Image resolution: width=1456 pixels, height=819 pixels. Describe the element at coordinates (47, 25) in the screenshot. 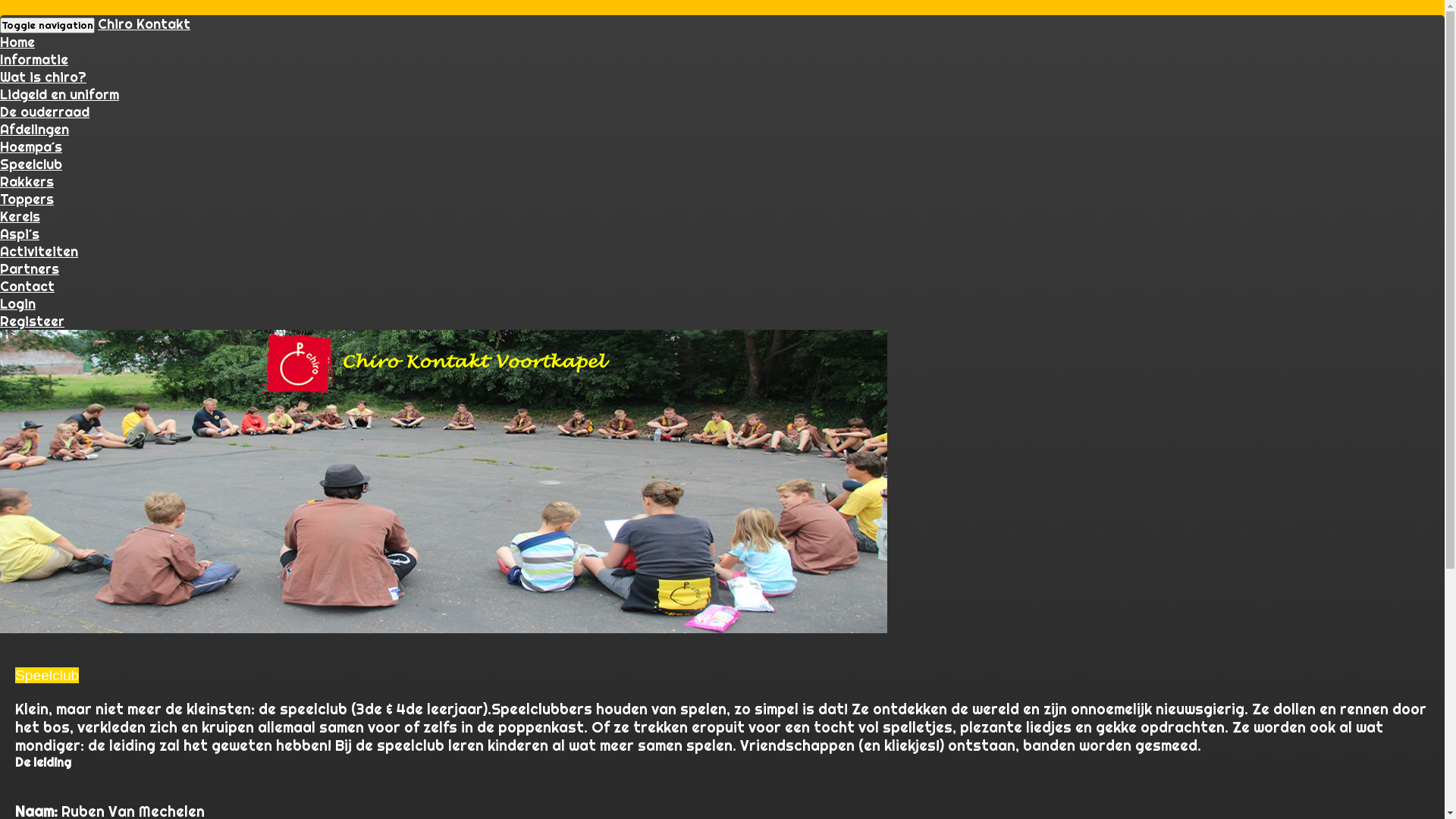

I see `'Toggle navigation'` at that location.